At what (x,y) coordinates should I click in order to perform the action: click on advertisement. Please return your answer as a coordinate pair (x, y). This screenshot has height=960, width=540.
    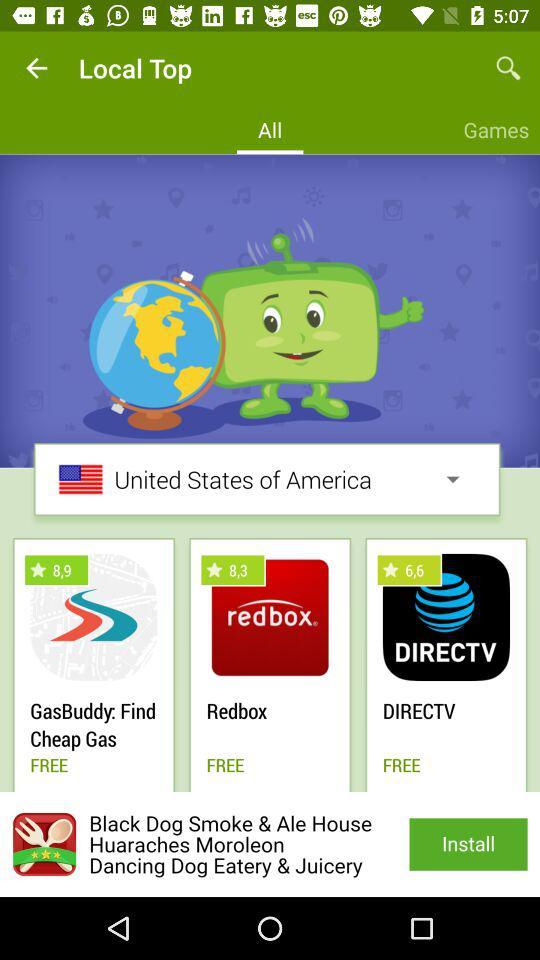
    Looking at the image, I should click on (270, 843).